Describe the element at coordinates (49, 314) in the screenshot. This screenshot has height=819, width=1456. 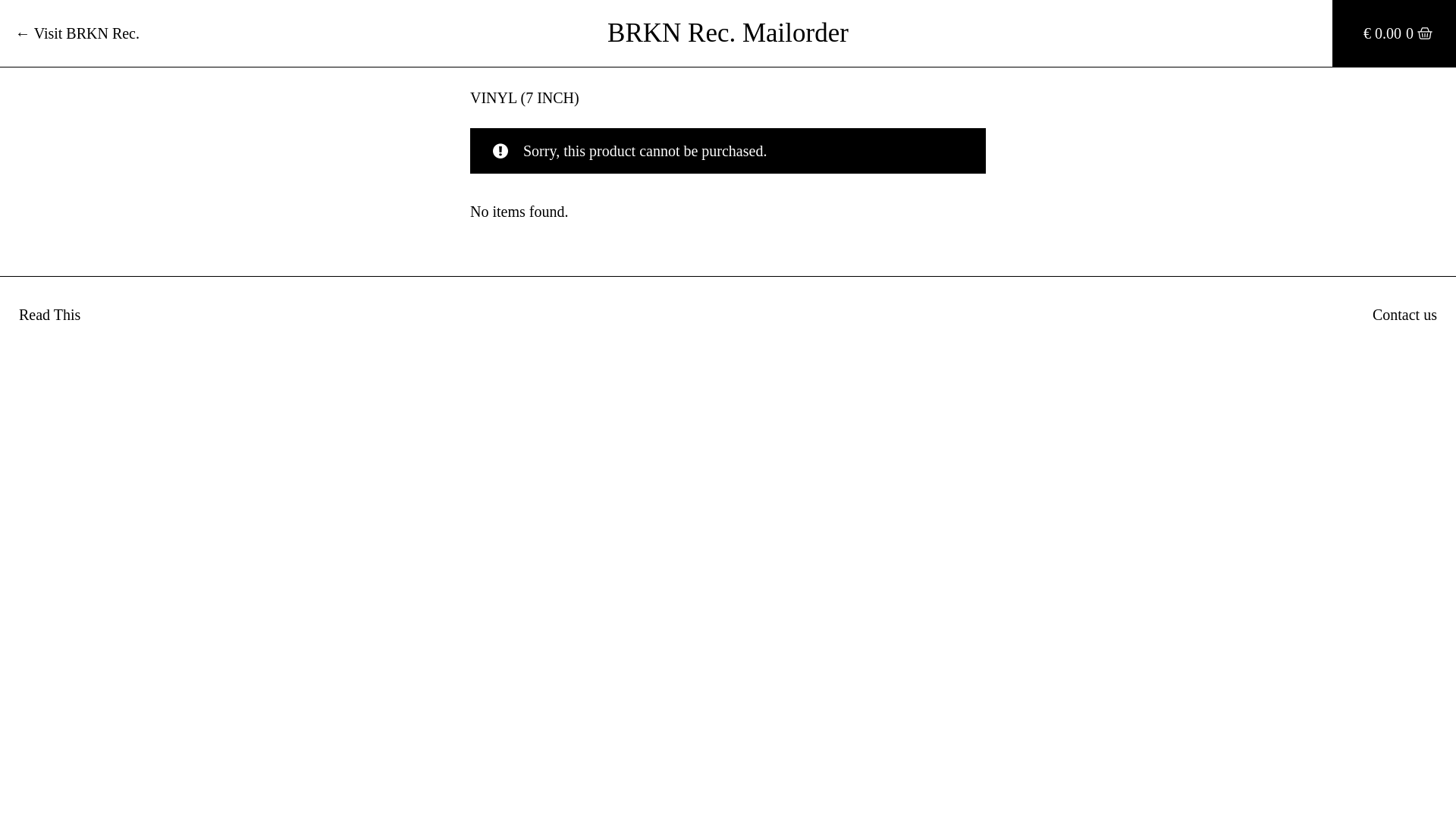
I see `'Read This'` at that location.